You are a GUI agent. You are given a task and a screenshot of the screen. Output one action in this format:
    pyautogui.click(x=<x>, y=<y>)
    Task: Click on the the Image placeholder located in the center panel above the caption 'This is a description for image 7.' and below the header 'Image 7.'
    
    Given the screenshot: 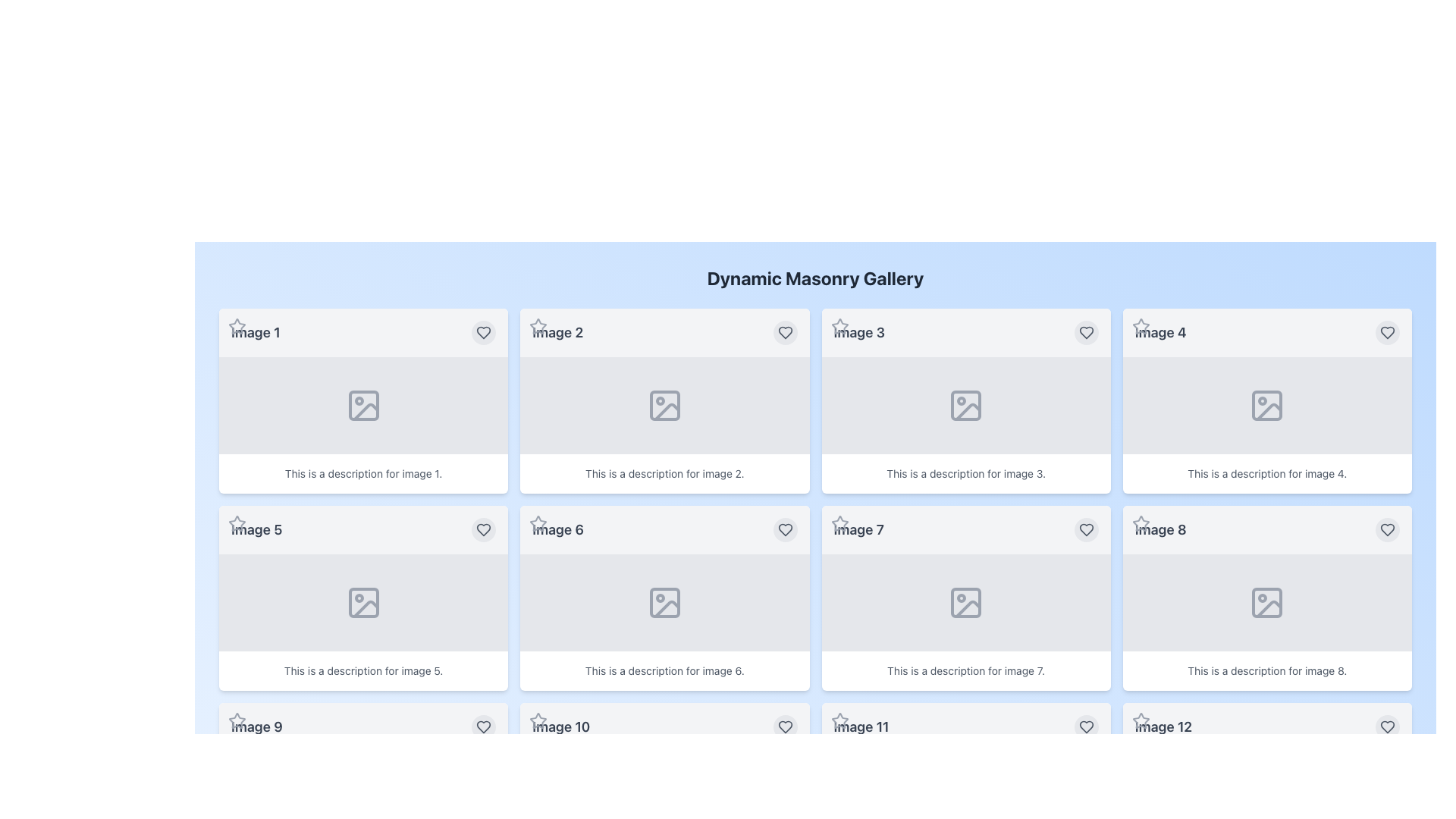 What is the action you would take?
    pyautogui.click(x=965, y=601)
    